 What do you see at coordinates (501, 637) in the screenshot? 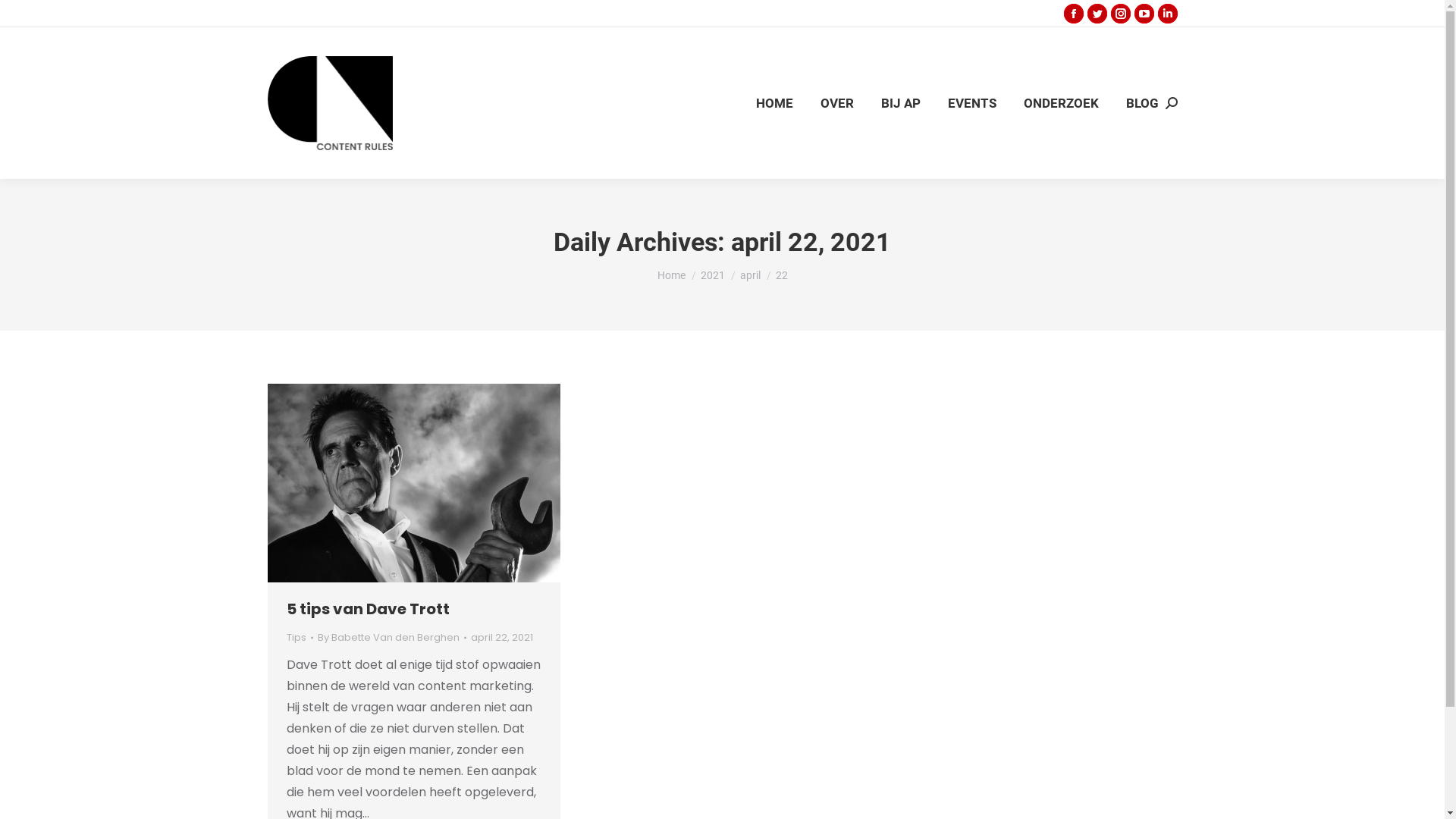
I see `'april 22, 2021'` at bounding box center [501, 637].